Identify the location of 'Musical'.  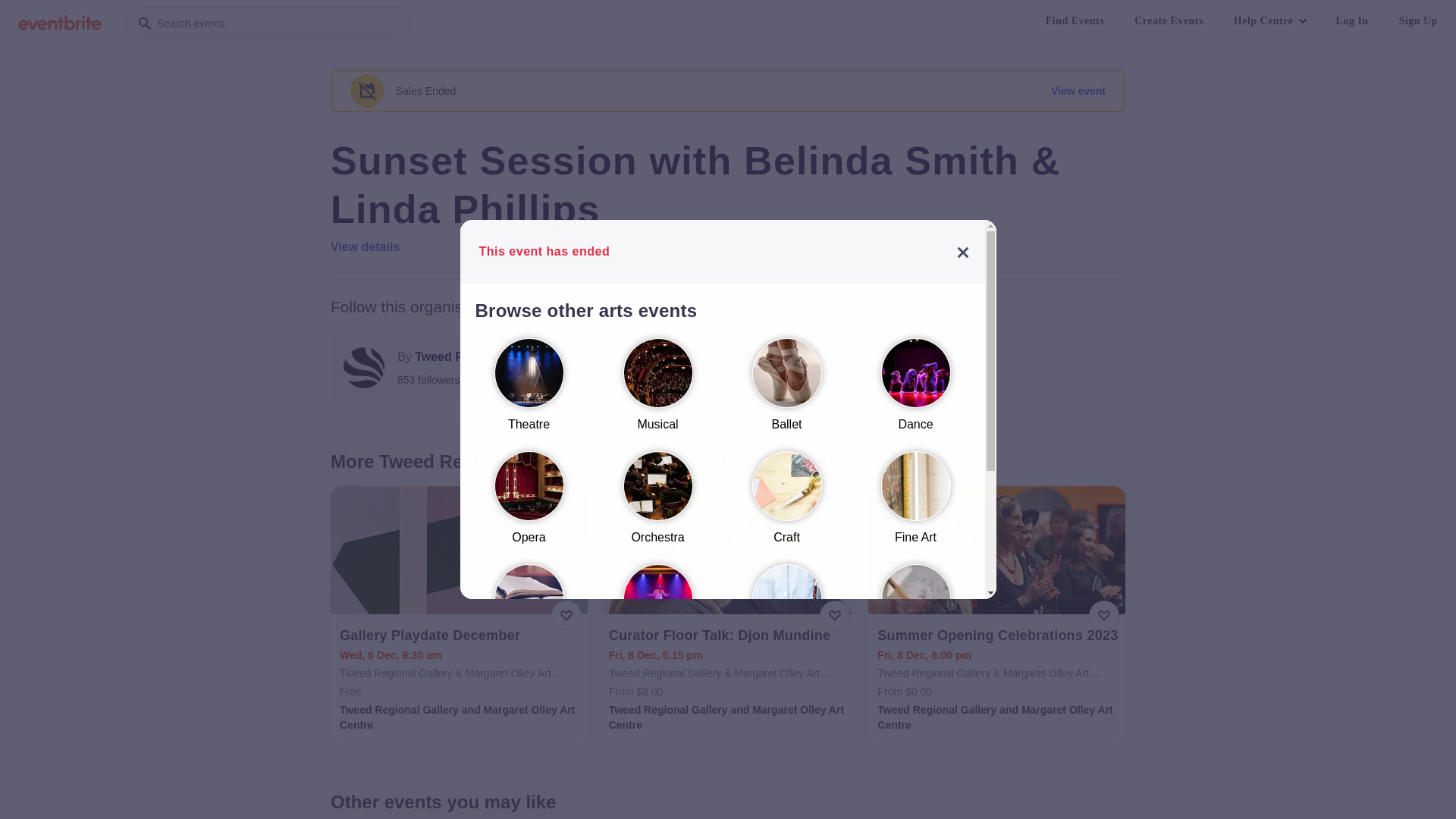
(657, 391).